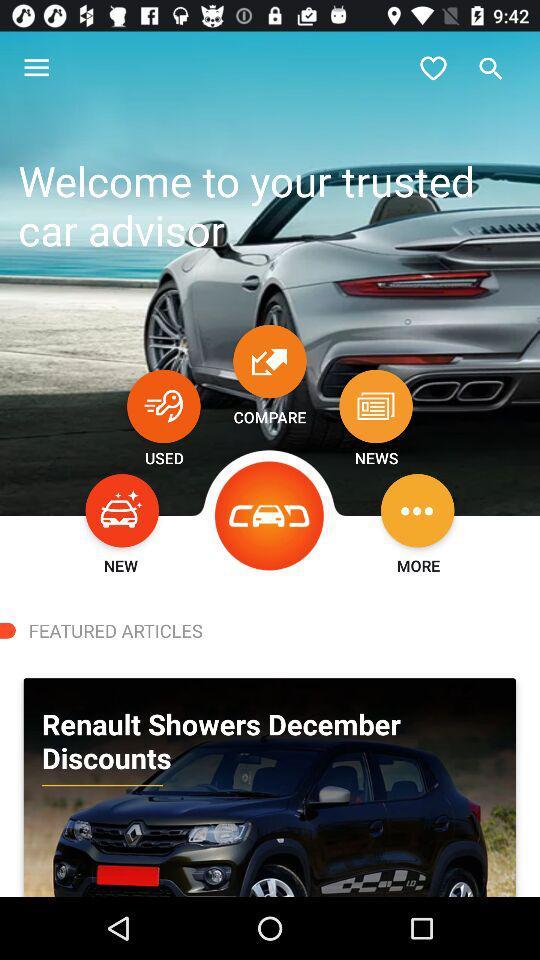 Image resolution: width=540 pixels, height=960 pixels. I want to click on search, so click(490, 68).